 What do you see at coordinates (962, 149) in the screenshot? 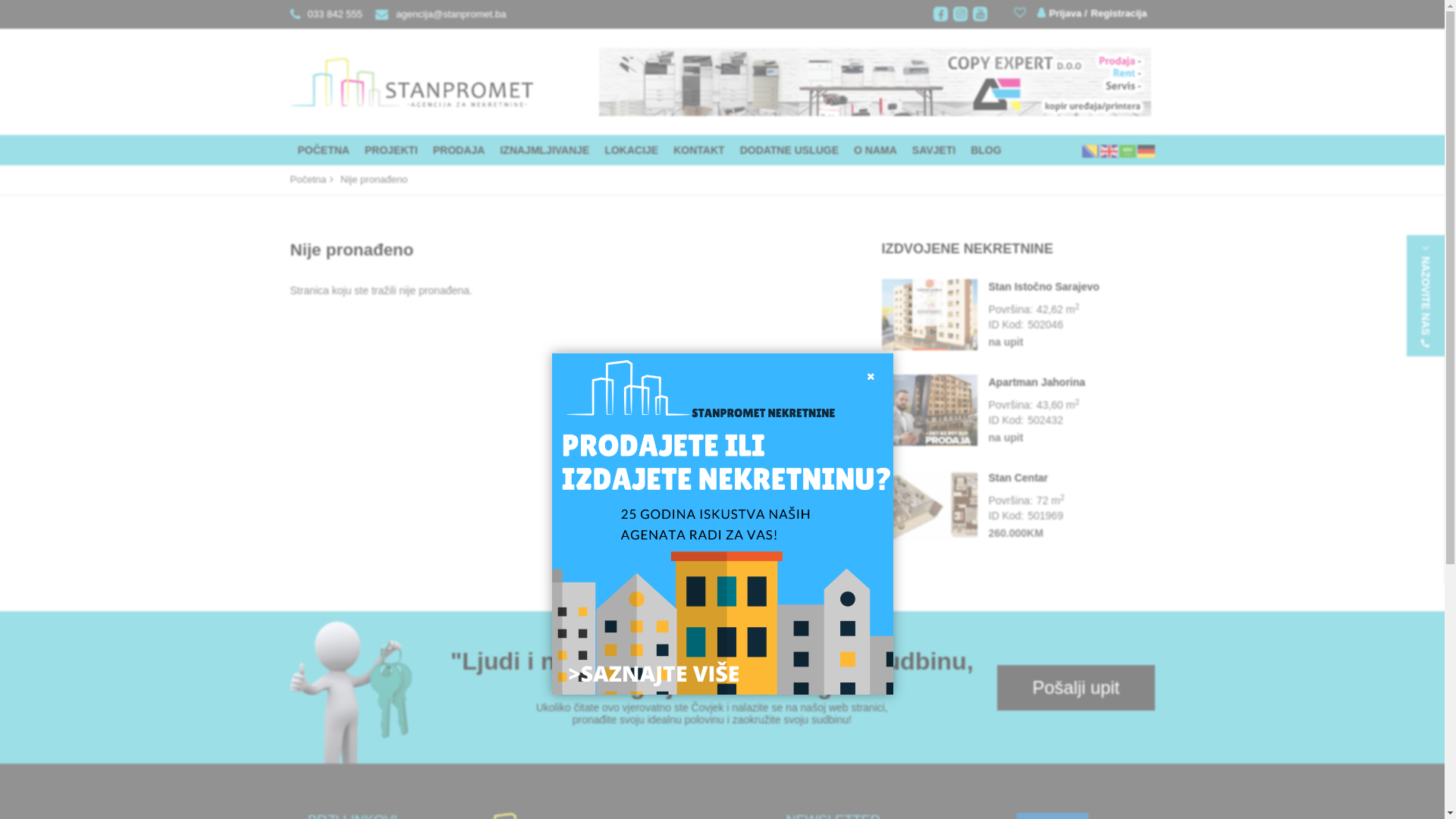
I see `'BLOG'` at bounding box center [962, 149].